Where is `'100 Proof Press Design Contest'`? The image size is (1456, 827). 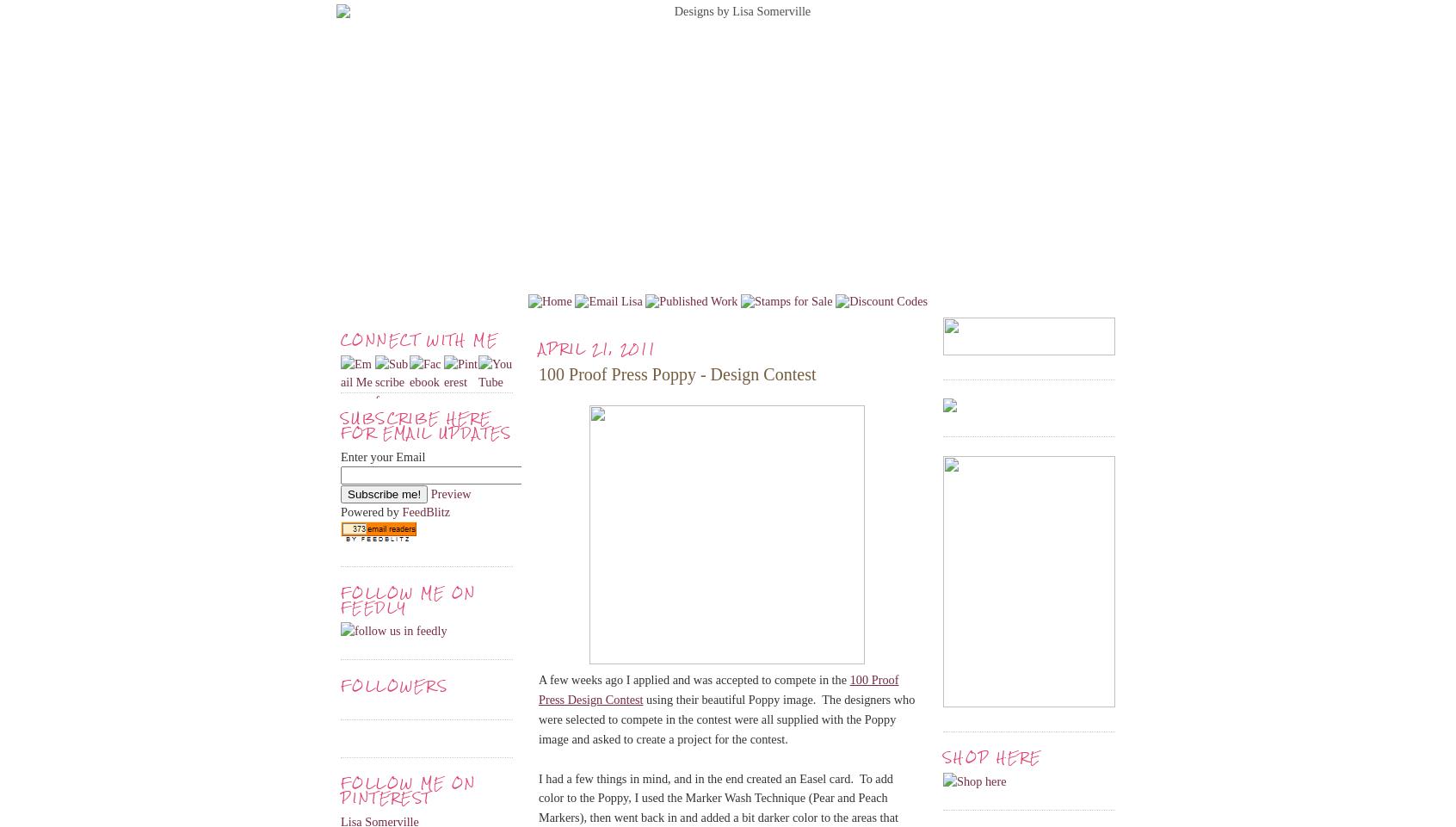 '100 Proof Press Design Contest' is located at coordinates (719, 688).